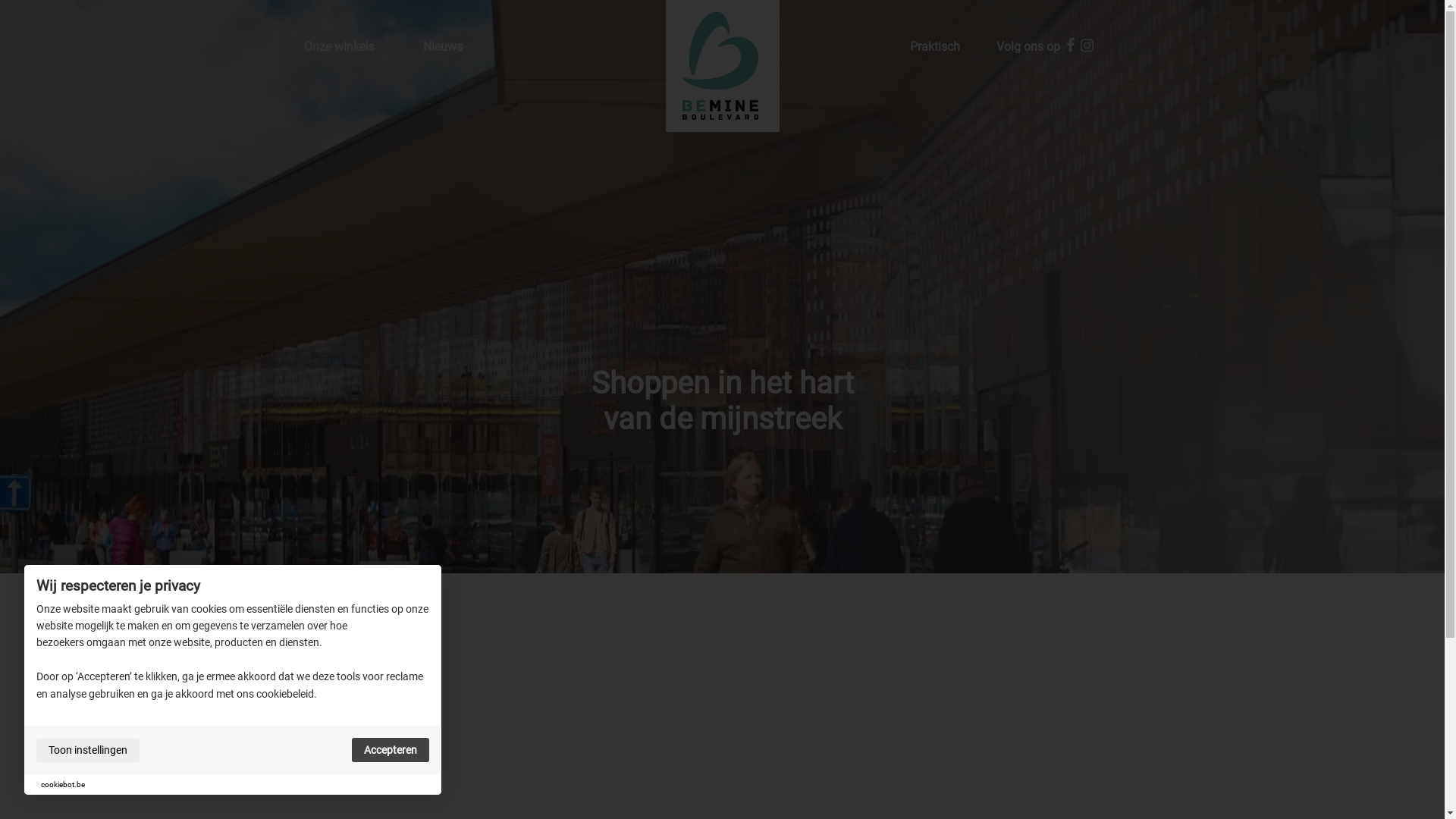  Describe the element at coordinates (86, 748) in the screenshot. I see `'Toon instellingen'` at that location.